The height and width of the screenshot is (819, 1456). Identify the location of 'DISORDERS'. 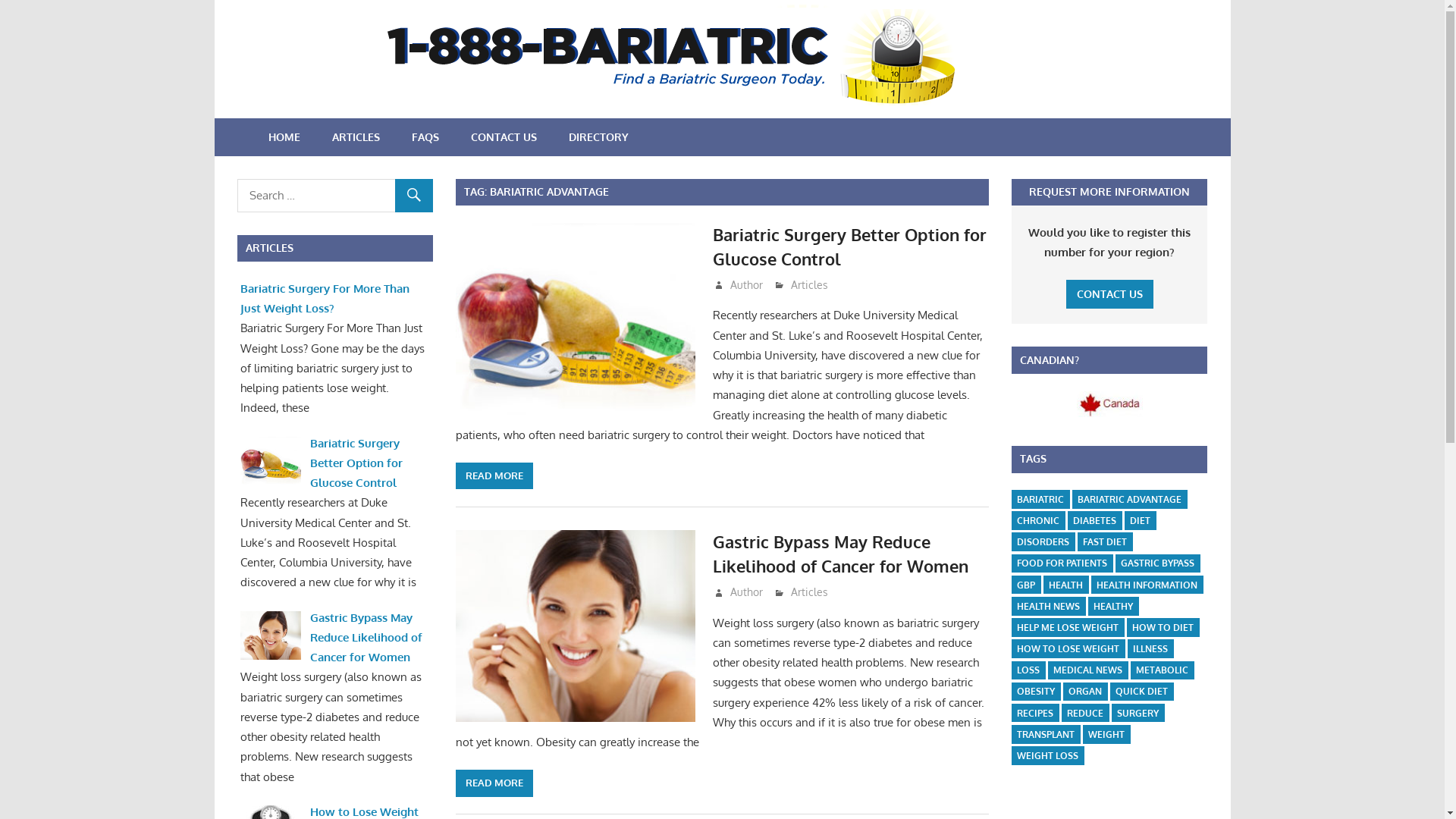
(1042, 541).